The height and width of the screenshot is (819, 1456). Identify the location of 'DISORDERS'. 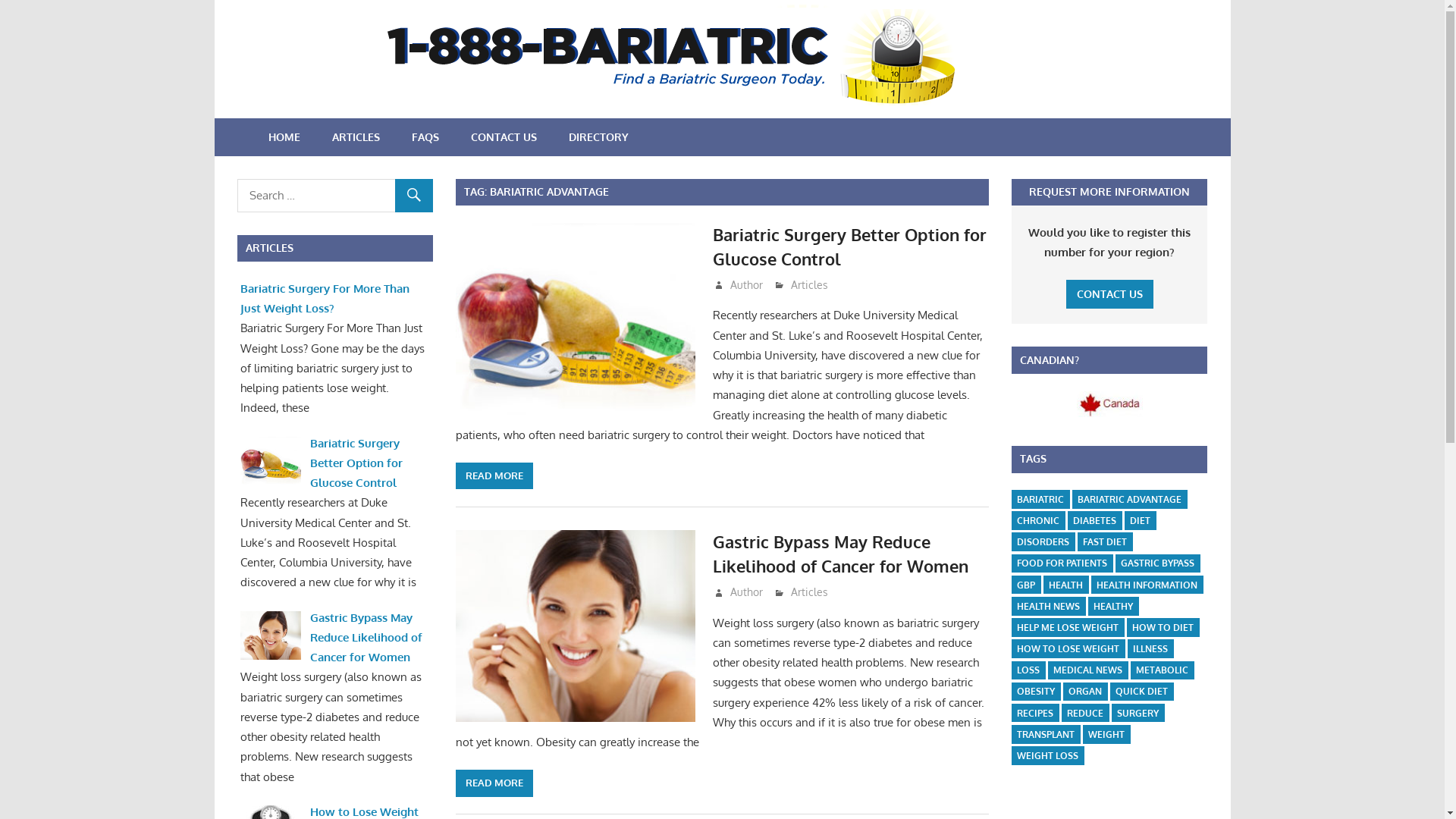
(1042, 541).